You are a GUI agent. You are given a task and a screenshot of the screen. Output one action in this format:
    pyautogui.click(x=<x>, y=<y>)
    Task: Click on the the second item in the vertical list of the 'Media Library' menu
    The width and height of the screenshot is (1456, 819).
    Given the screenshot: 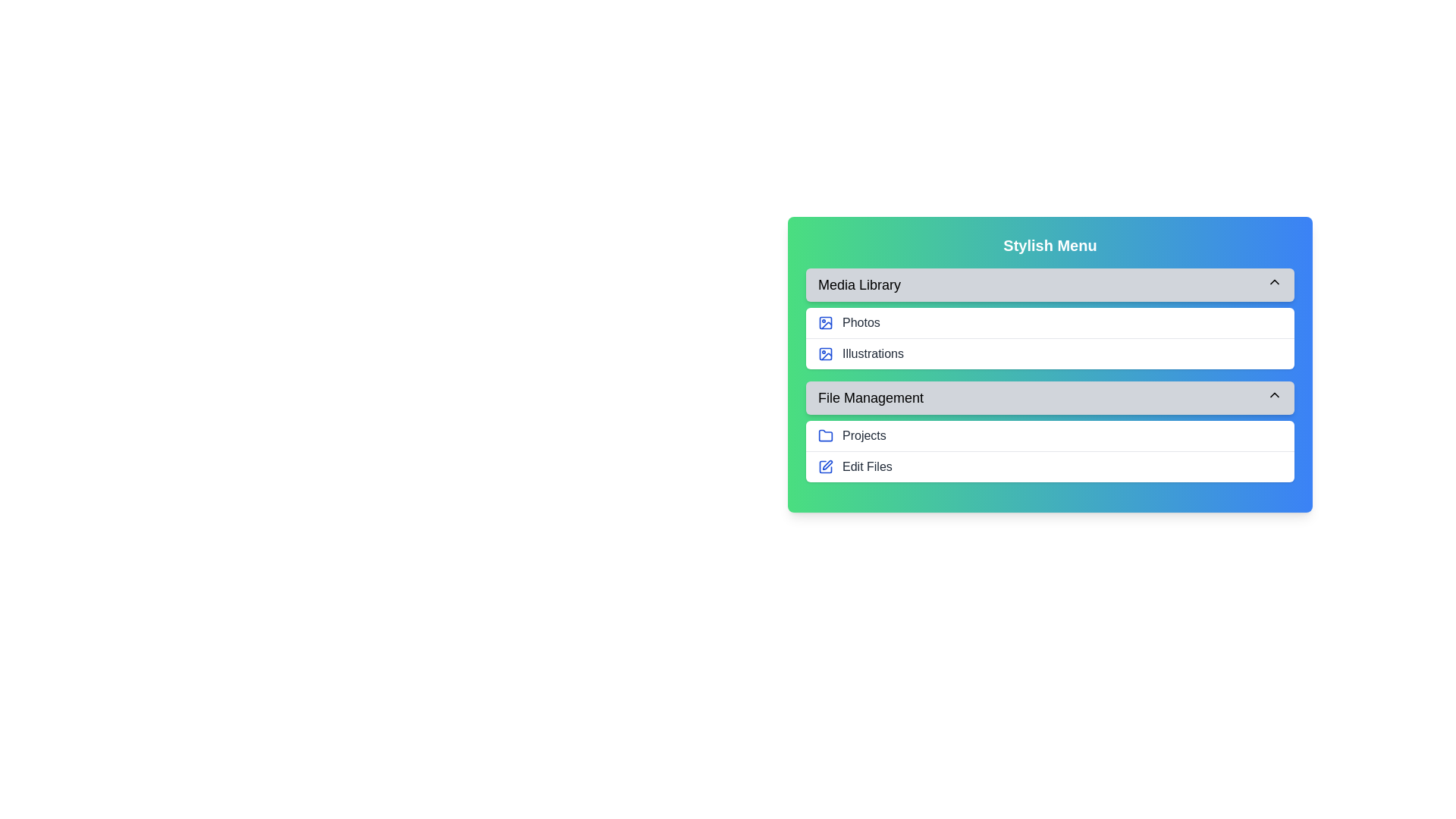 What is the action you would take?
    pyautogui.click(x=1050, y=353)
    